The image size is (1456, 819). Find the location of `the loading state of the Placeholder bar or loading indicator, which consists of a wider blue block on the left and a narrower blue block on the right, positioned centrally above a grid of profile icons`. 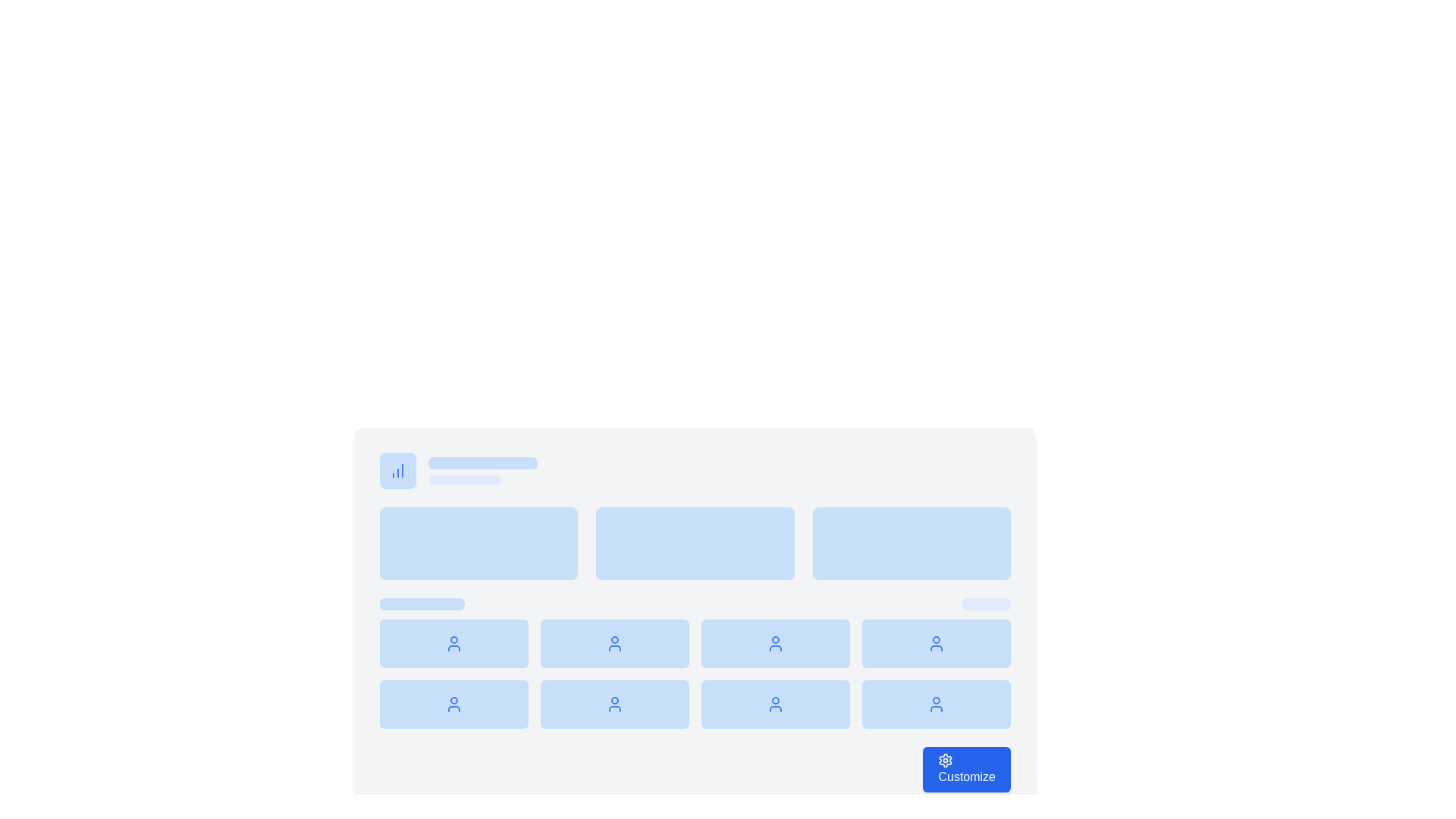

the loading state of the Placeholder bar or loading indicator, which consists of a wider blue block on the left and a narrower blue block on the right, positioned centrally above a grid of profile icons is located at coordinates (694, 604).